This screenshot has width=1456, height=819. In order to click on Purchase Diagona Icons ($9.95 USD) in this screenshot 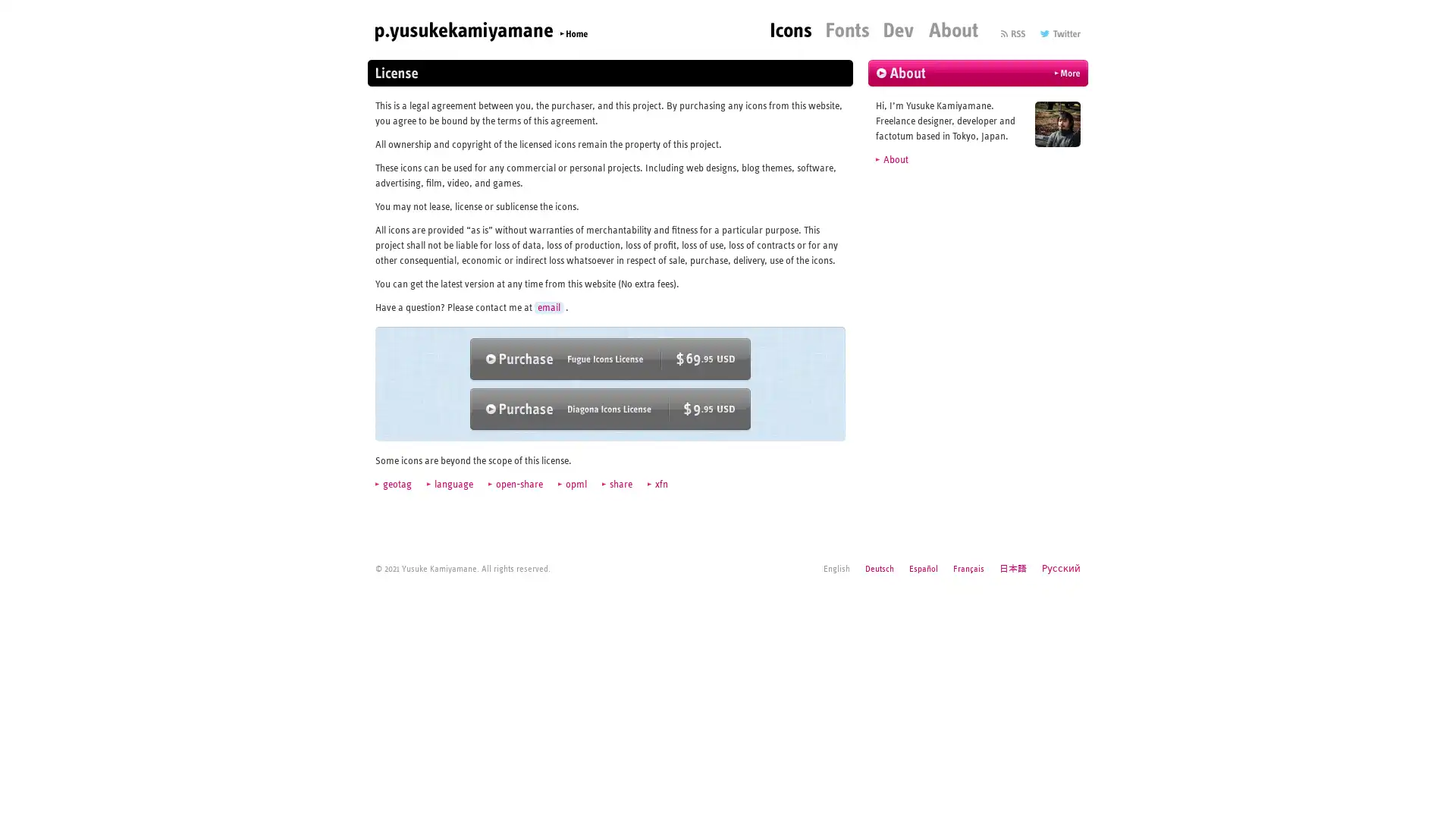, I will do `click(610, 409)`.